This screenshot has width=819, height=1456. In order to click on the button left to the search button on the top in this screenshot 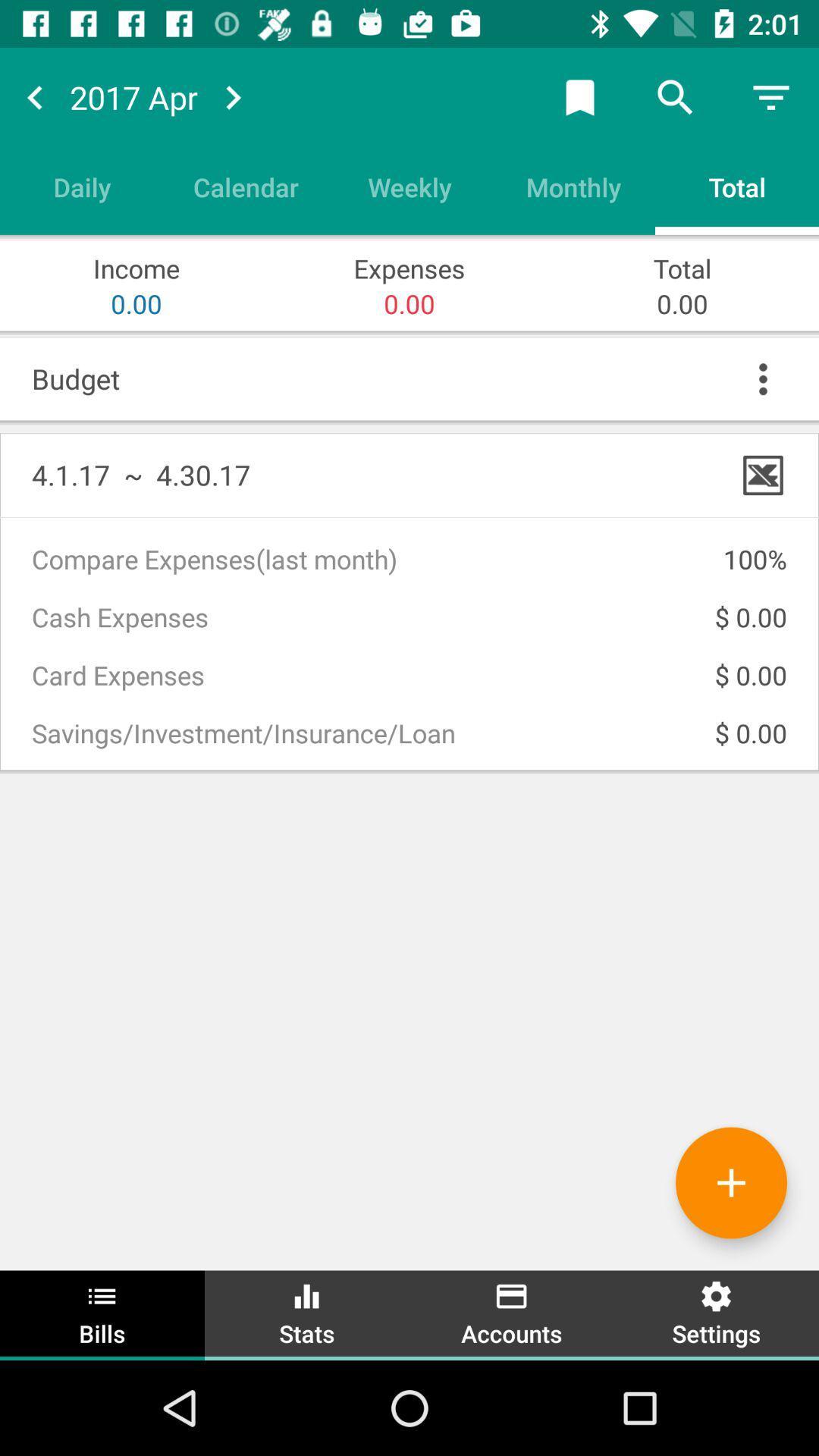, I will do `click(579, 96)`.